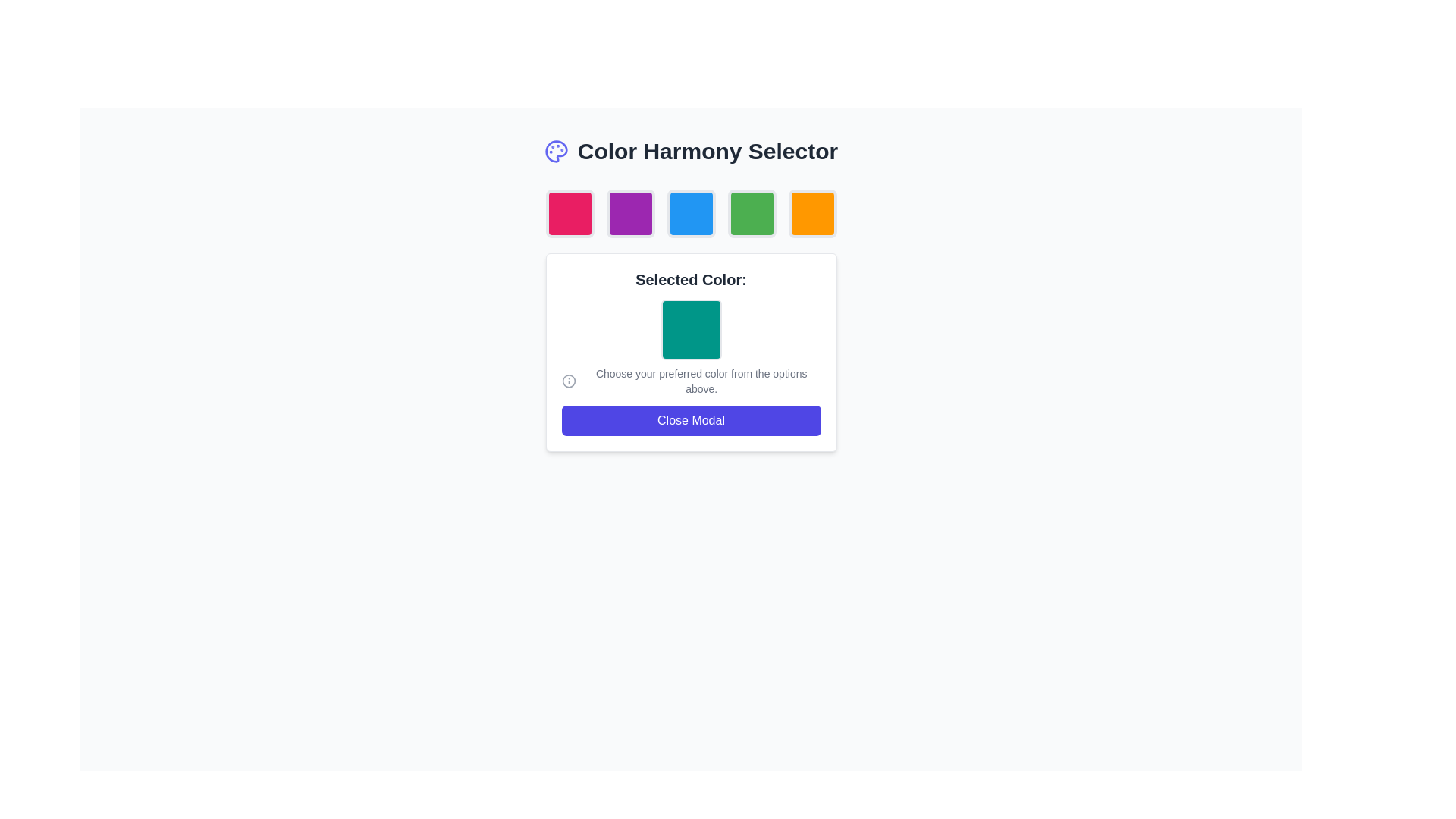 The width and height of the screenshot is (1456, 819). I want to click on the orange color selector button located as the fifth item in a horizontal grid of five buttons, which updates the 'Selected Color' box below, so click(811, 213).